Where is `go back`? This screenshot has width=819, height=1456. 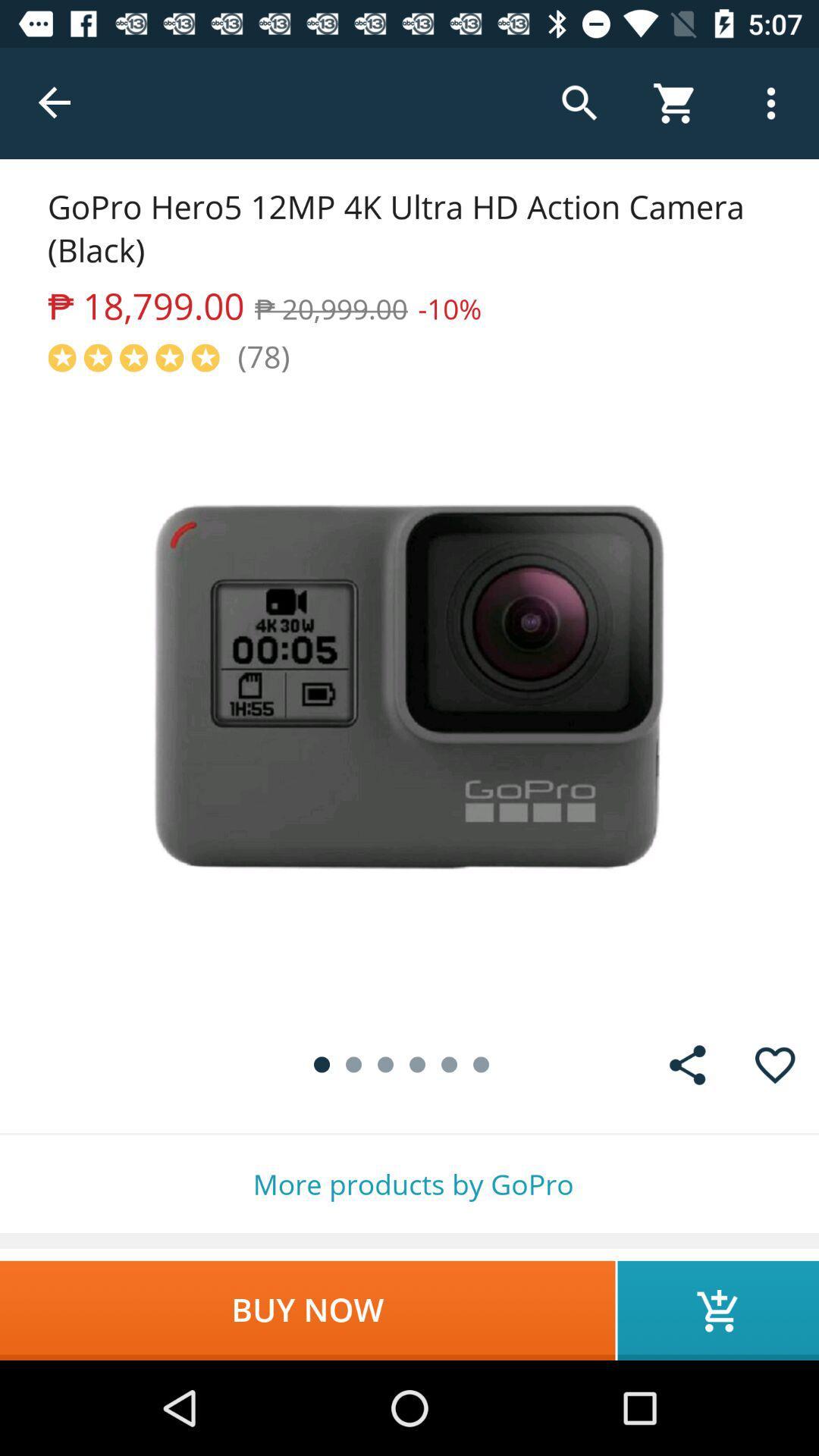 go back is located at coordinates (55, 102).